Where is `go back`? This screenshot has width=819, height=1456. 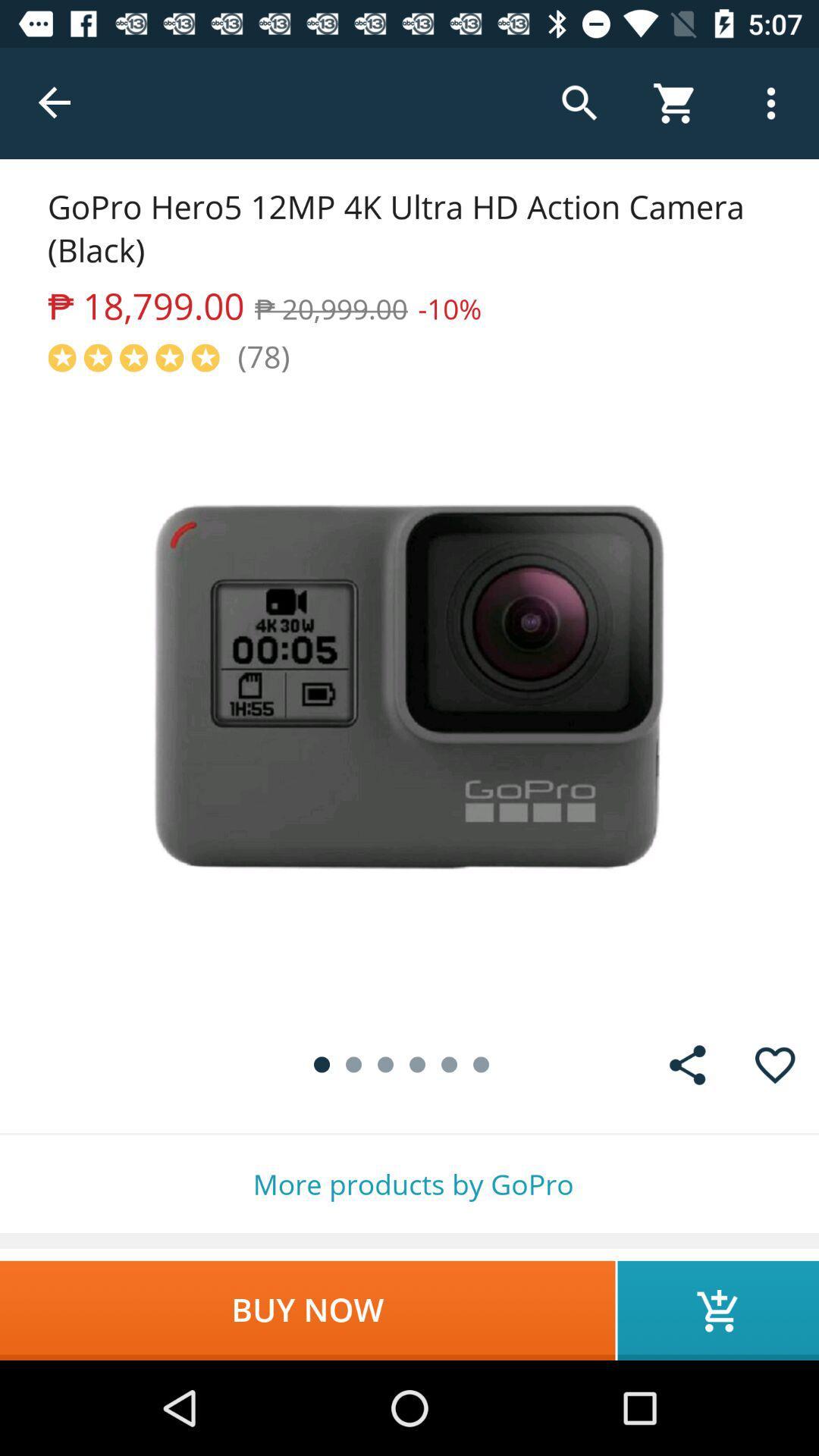 go back is located at coordinates (55, 102).